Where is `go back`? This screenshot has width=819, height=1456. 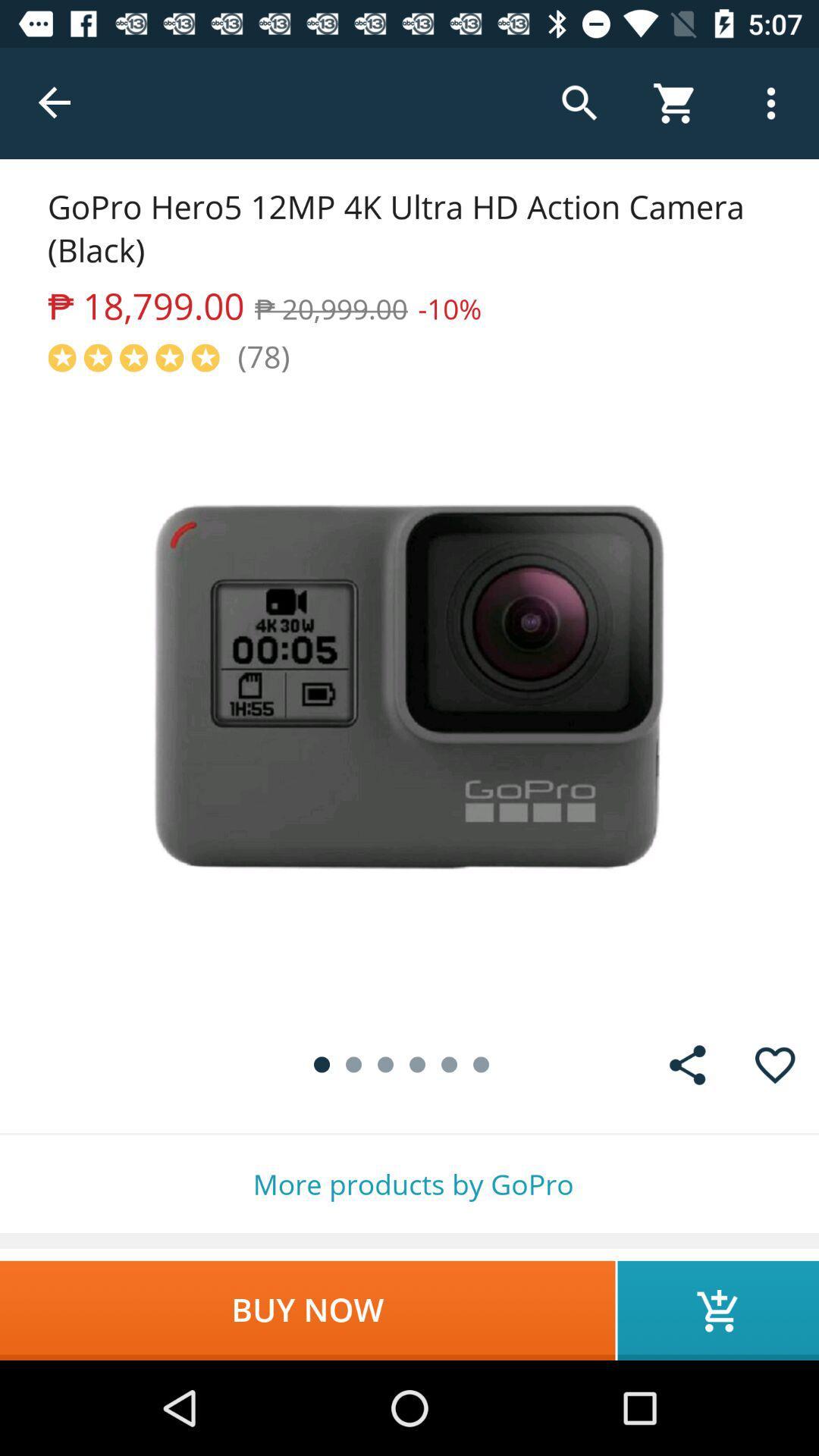 go back is located at coordinates (55, 102).